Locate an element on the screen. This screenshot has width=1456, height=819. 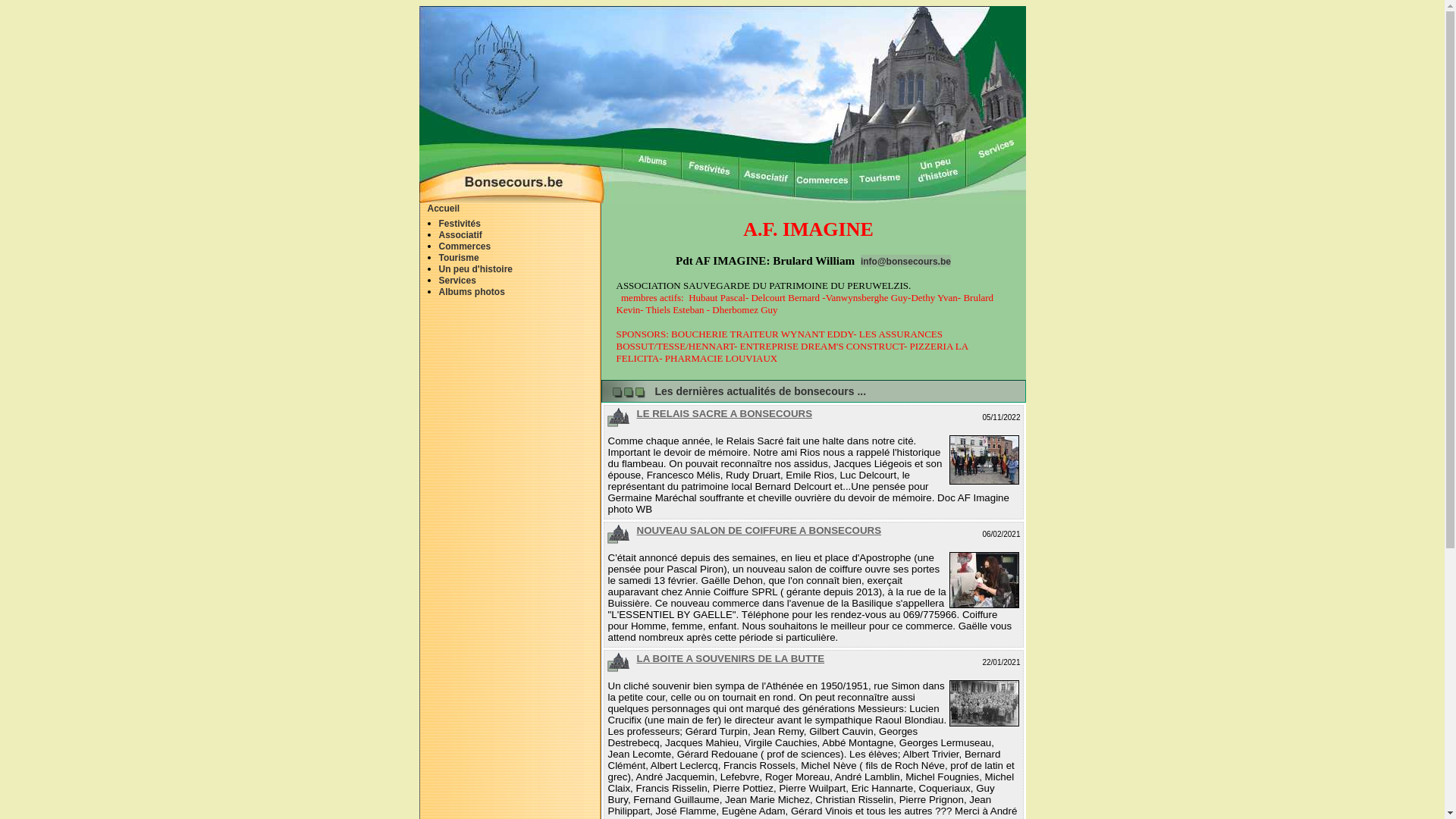
'info@bonsecours.be' is located at coordinates (860, 260).